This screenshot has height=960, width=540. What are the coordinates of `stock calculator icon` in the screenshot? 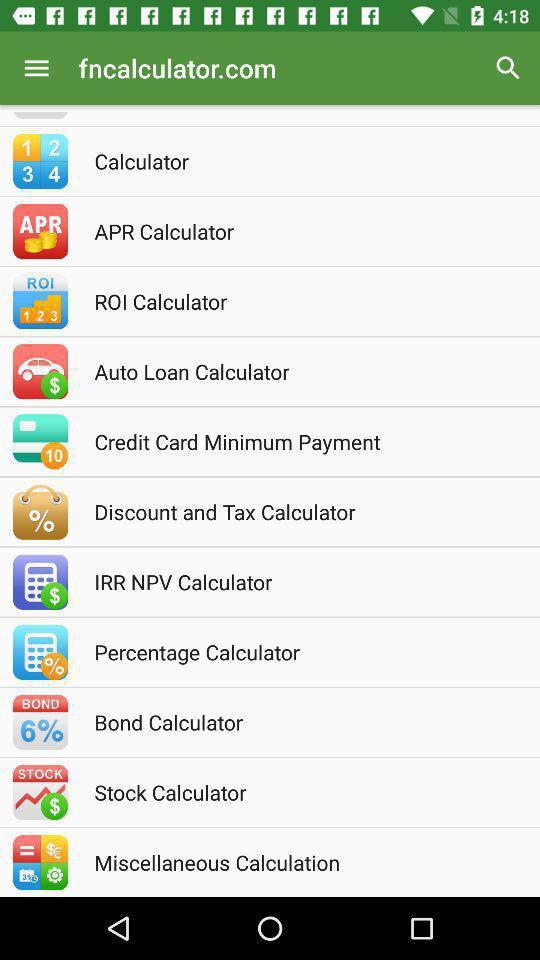 It's located at (296, 792).